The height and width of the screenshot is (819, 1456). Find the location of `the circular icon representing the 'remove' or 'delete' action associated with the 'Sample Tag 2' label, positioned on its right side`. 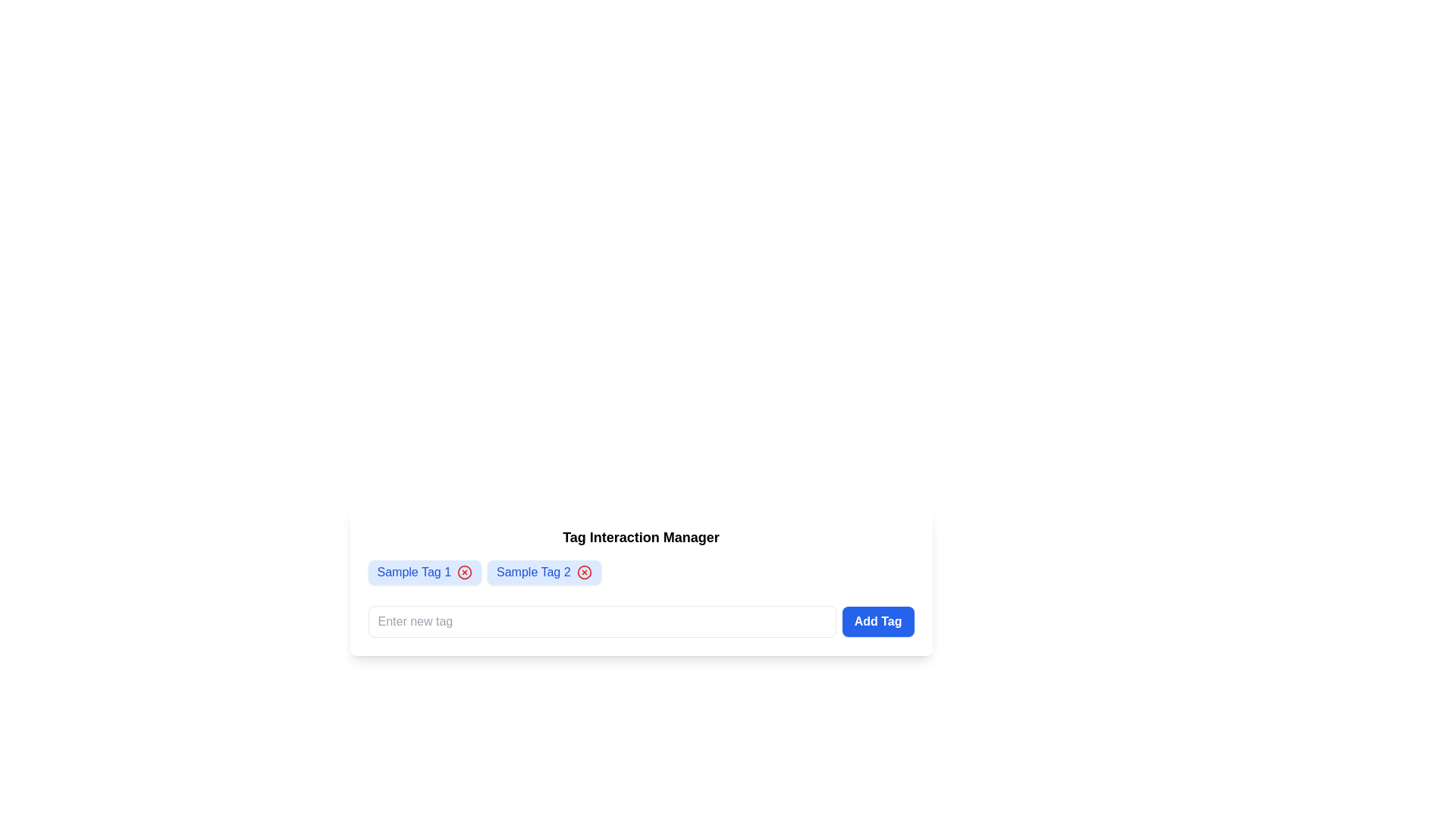

the circular icon representing the 'remove' or 'delete' action associated with the 'Sample Tag 2' label, positioned on its right side is located at coordinates (583, 573).